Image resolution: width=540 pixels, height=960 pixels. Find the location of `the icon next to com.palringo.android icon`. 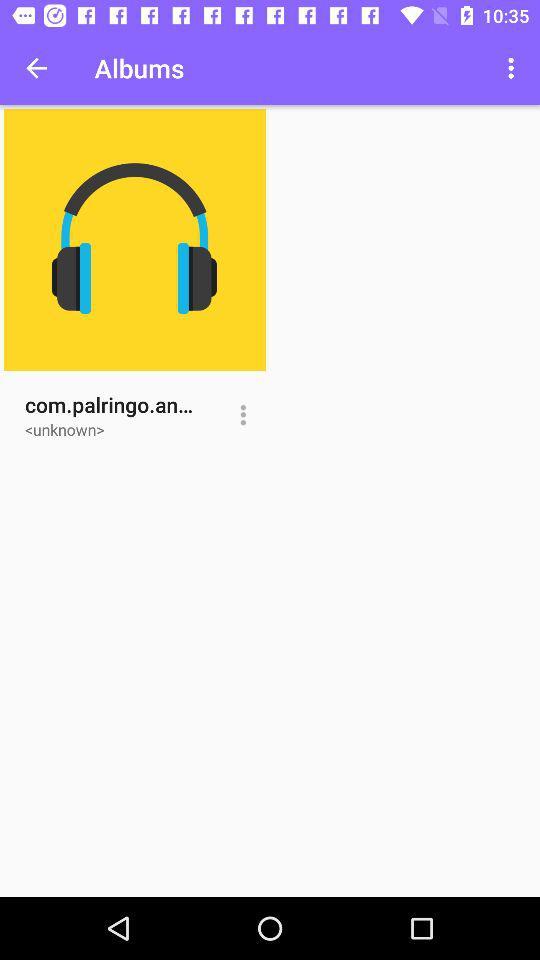

the icon next to com.palringo.android icon is located at coordinates (243, 414).